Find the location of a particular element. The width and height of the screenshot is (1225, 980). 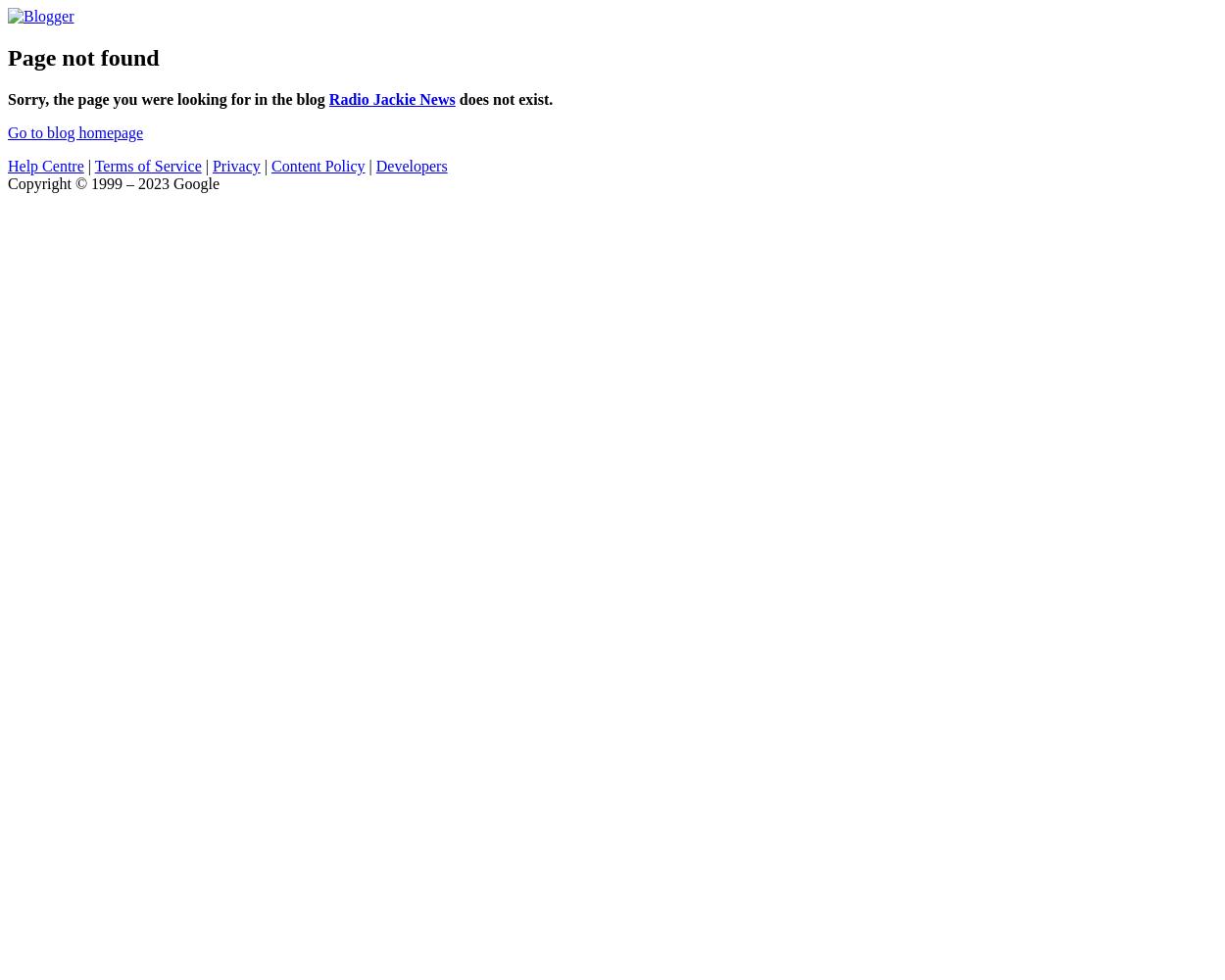

'Developers' is located at coordinates (411, 165).